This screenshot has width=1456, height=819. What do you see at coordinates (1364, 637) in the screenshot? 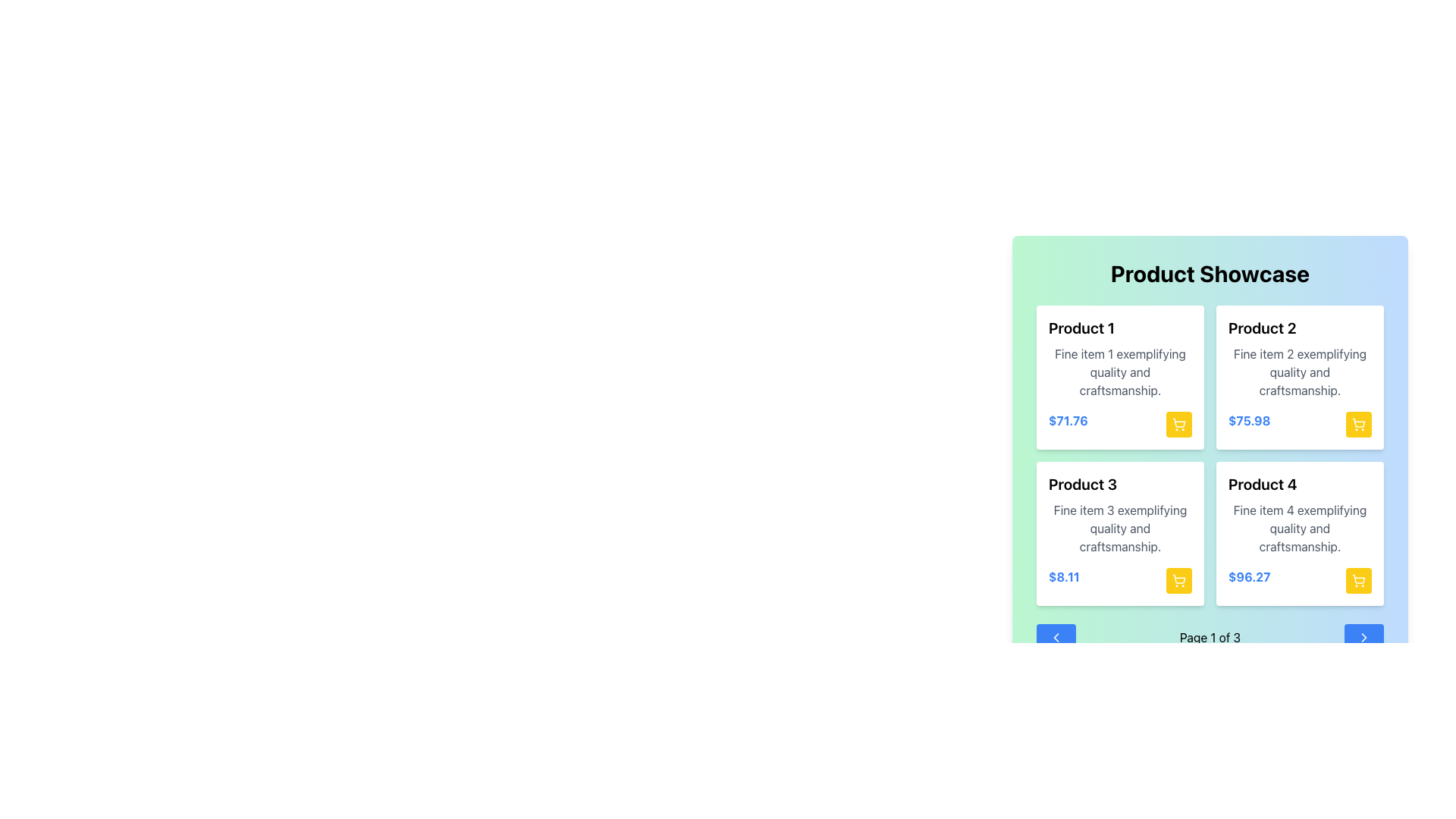
I see `the chevron icon button located at the bottom-right corner of the interface` at bounding box center [1364, 637].